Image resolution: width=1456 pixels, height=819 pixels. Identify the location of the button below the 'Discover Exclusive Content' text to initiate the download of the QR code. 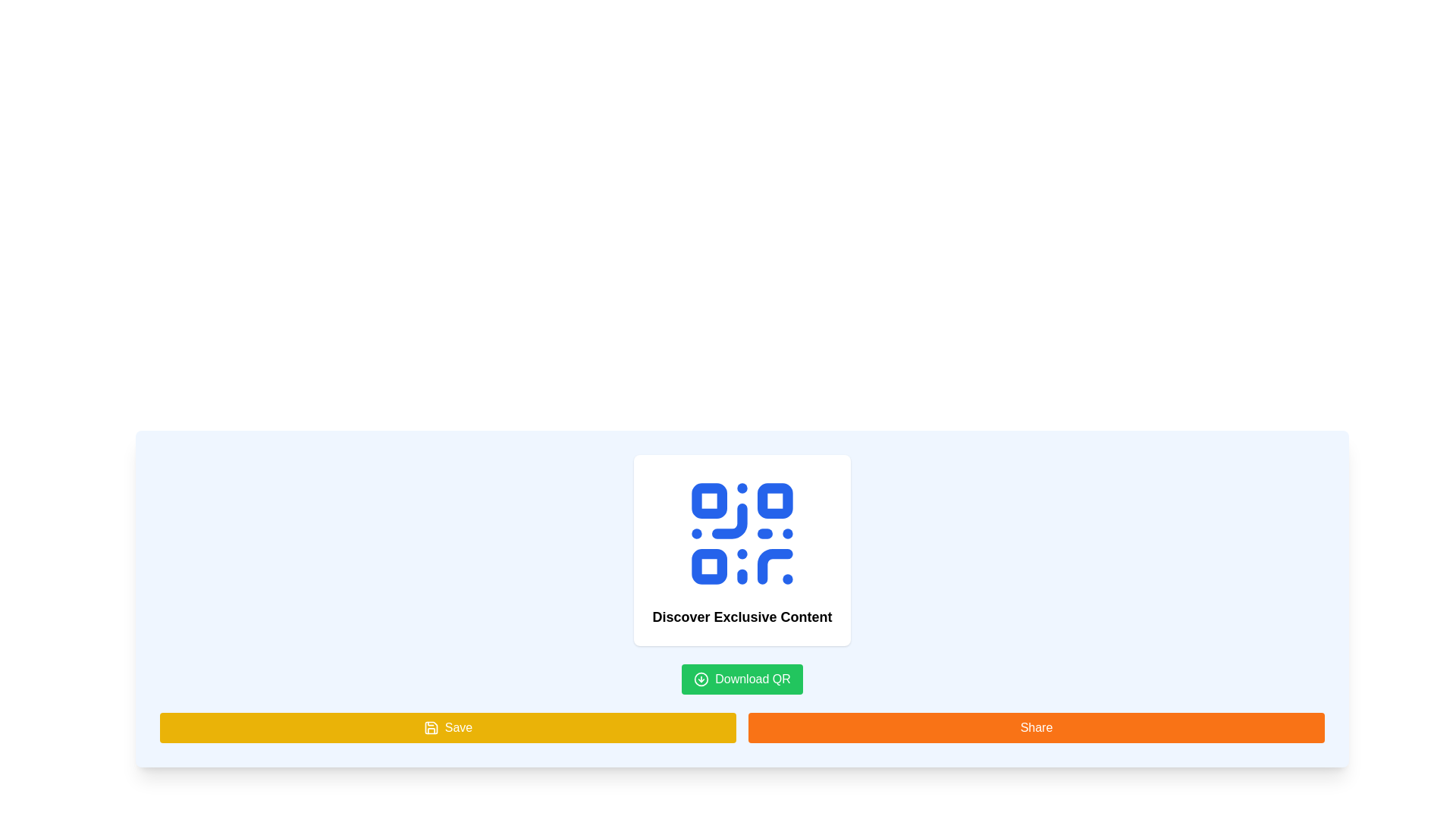
(742, 678).